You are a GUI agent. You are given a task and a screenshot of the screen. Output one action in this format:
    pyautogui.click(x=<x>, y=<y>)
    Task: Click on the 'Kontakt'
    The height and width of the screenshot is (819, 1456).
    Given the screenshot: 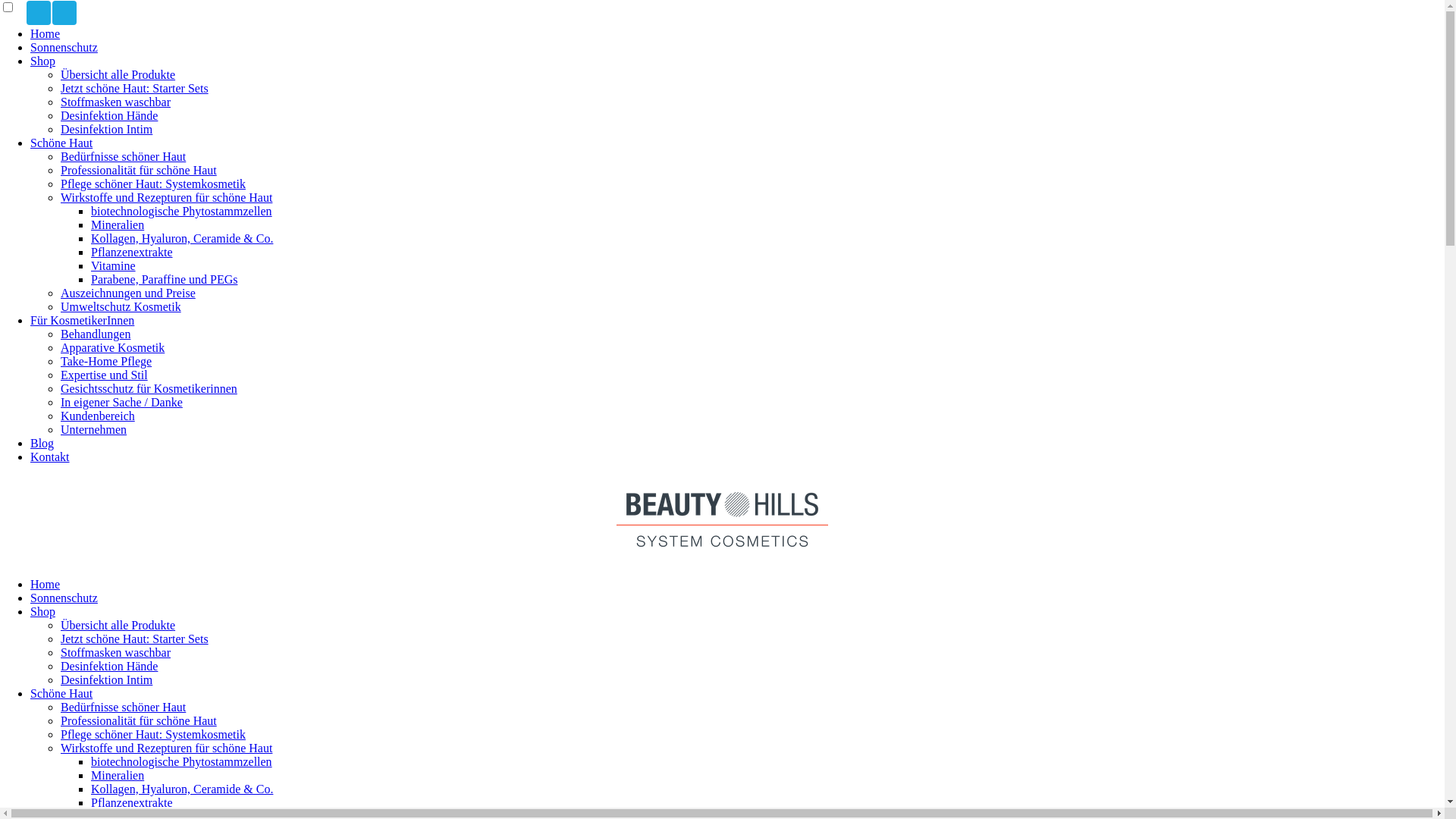 What is the action you would take?
    pyautogui.click(x=50, y=456)
    